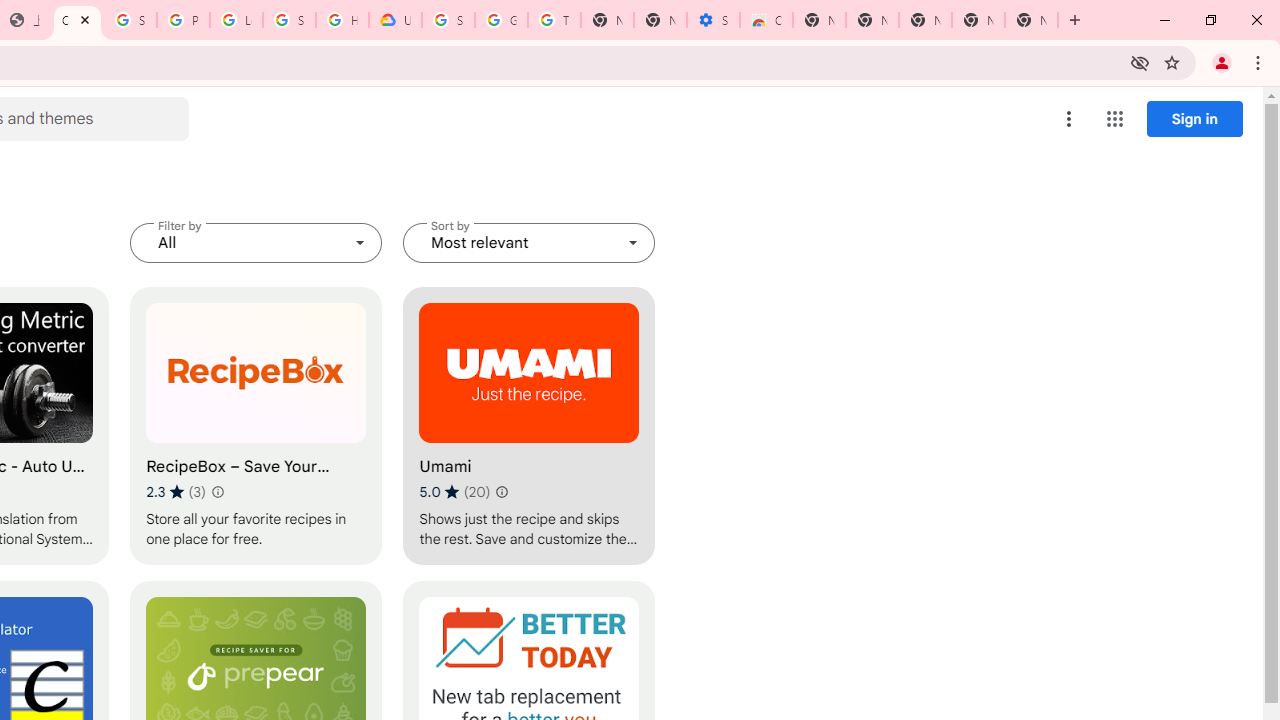 This screenshot has width=1280, height=720. Describe the element at coordinates (255, 242) in the screenshot. I see `'Filter by All'` at that location.